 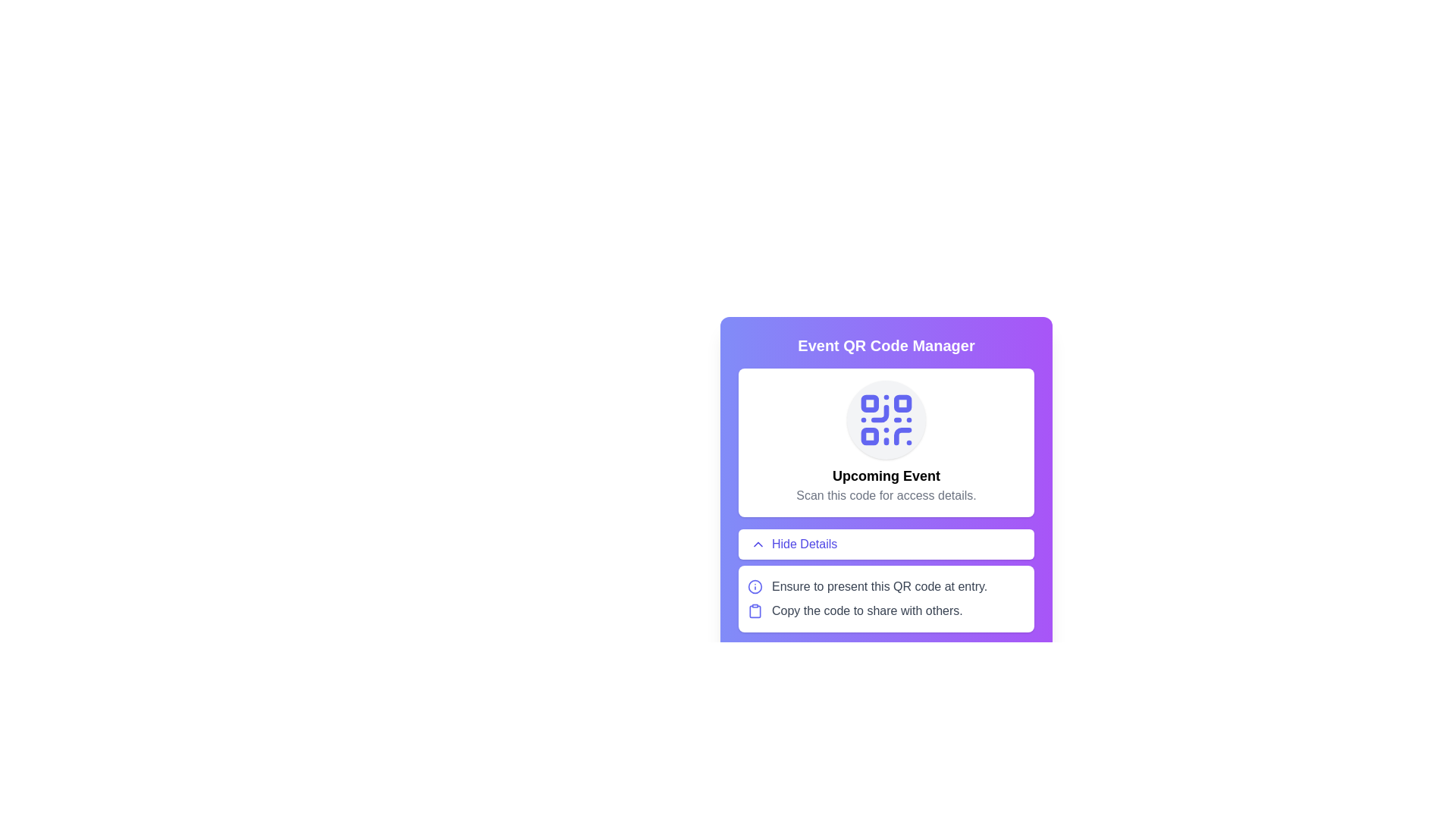 What do you see at coordinates (886, 475) in the screenshot?
I see `the text label titled 'Upcoming Event', which is centered within the card layout above the line 'Scan this code for access details'` at bounding box center [886, 475].